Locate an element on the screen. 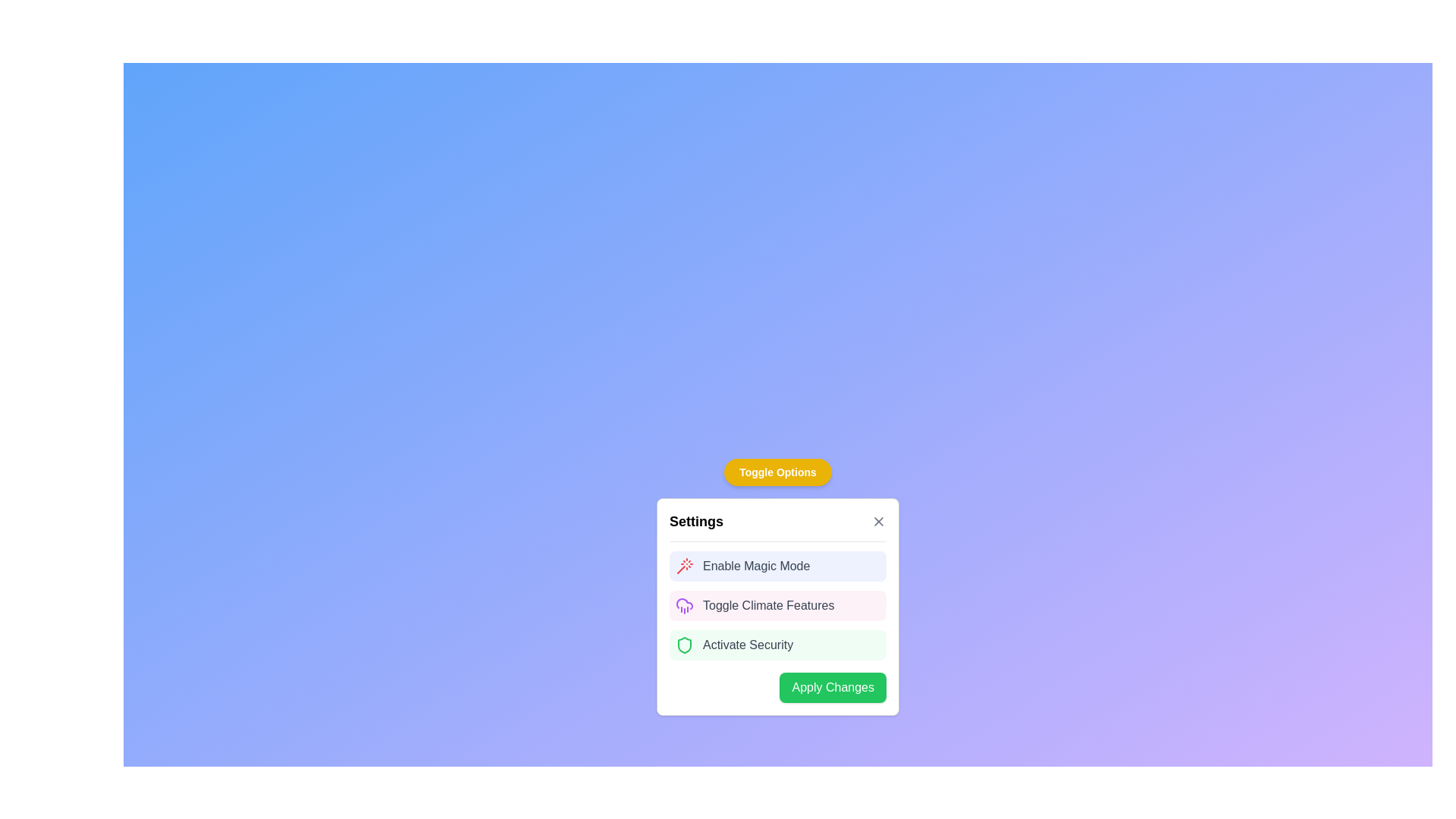  the bright yellow 'Toggle Options' button with white bold text is located at coordinates (778, 472).